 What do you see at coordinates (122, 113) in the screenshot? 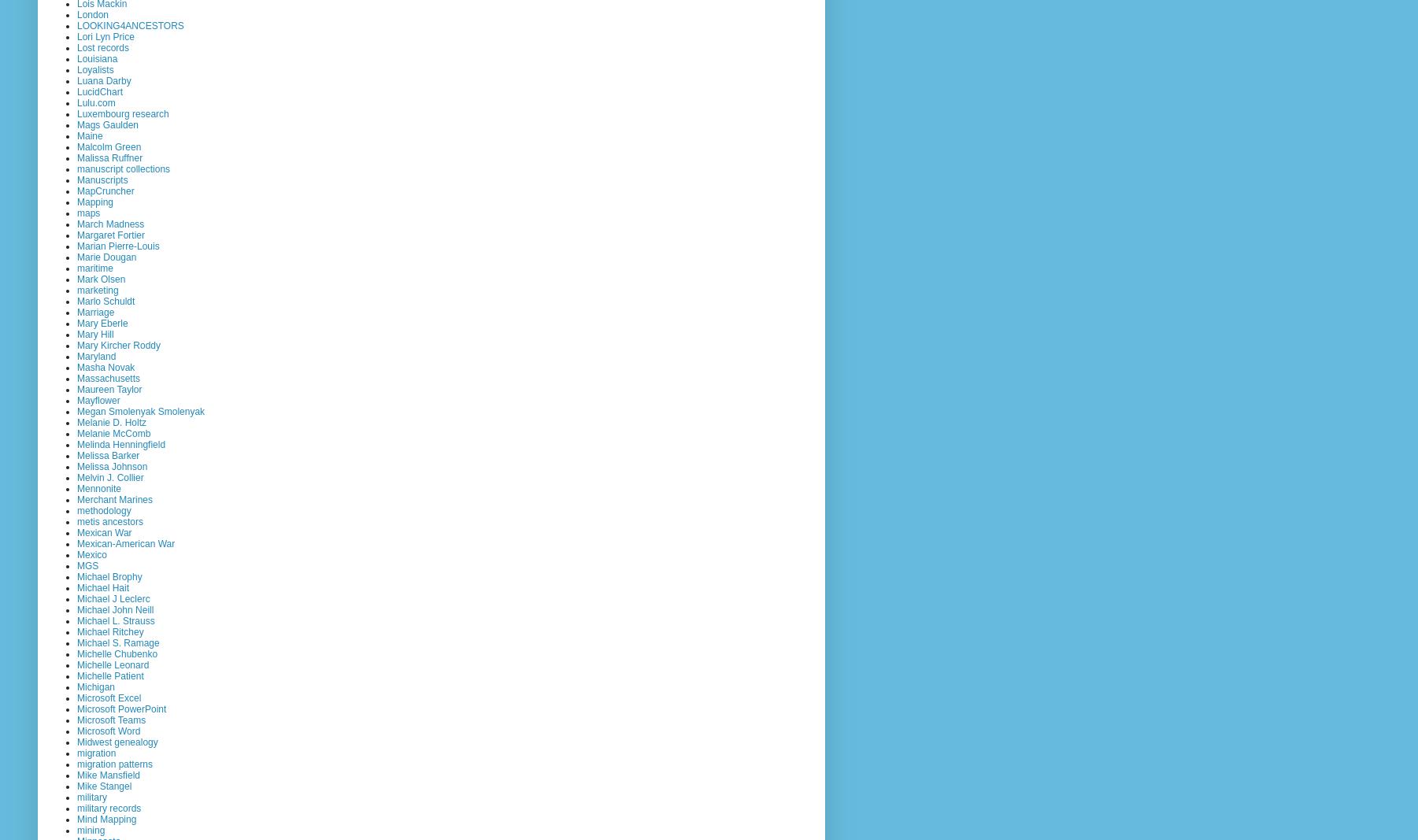
I see `'Luxembourg research'` at bounding box center [122, 113].